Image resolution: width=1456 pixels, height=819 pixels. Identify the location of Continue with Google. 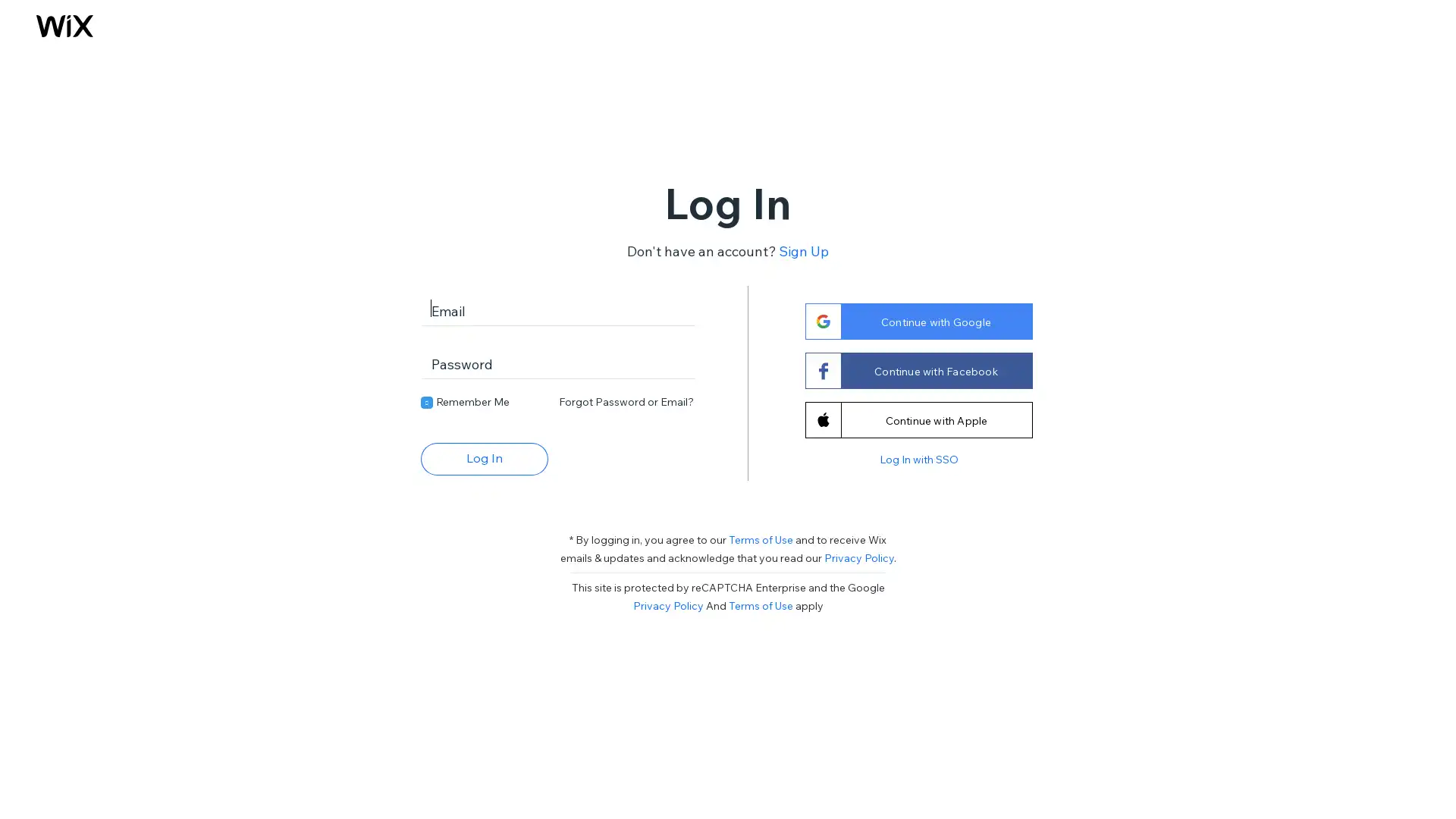
(917, 320).